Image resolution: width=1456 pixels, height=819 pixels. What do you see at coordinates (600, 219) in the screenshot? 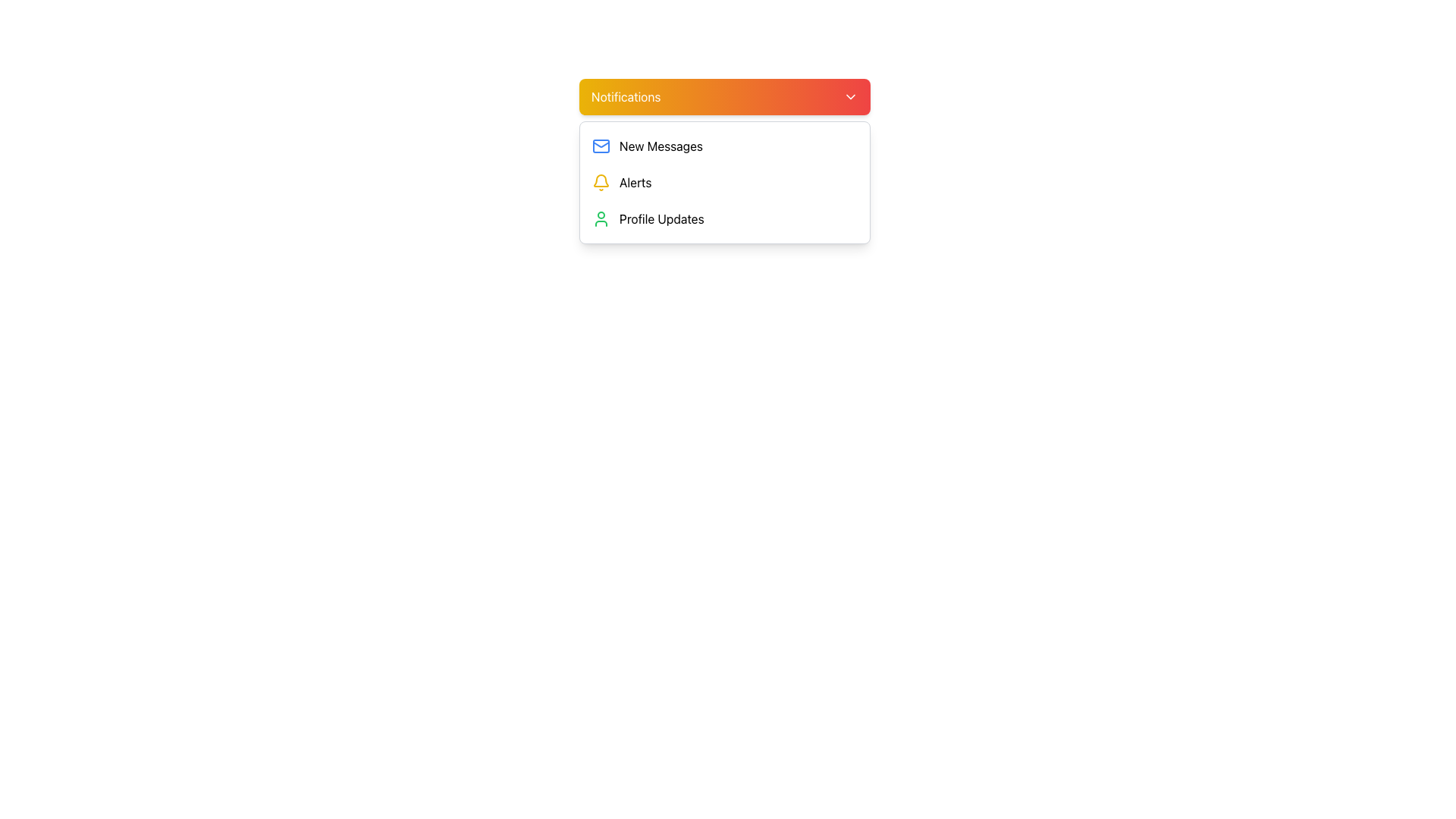
I see `the 'Profile Updates' icon in the dropdown menu for accessibility purposes` at bounding box center [600, 219].